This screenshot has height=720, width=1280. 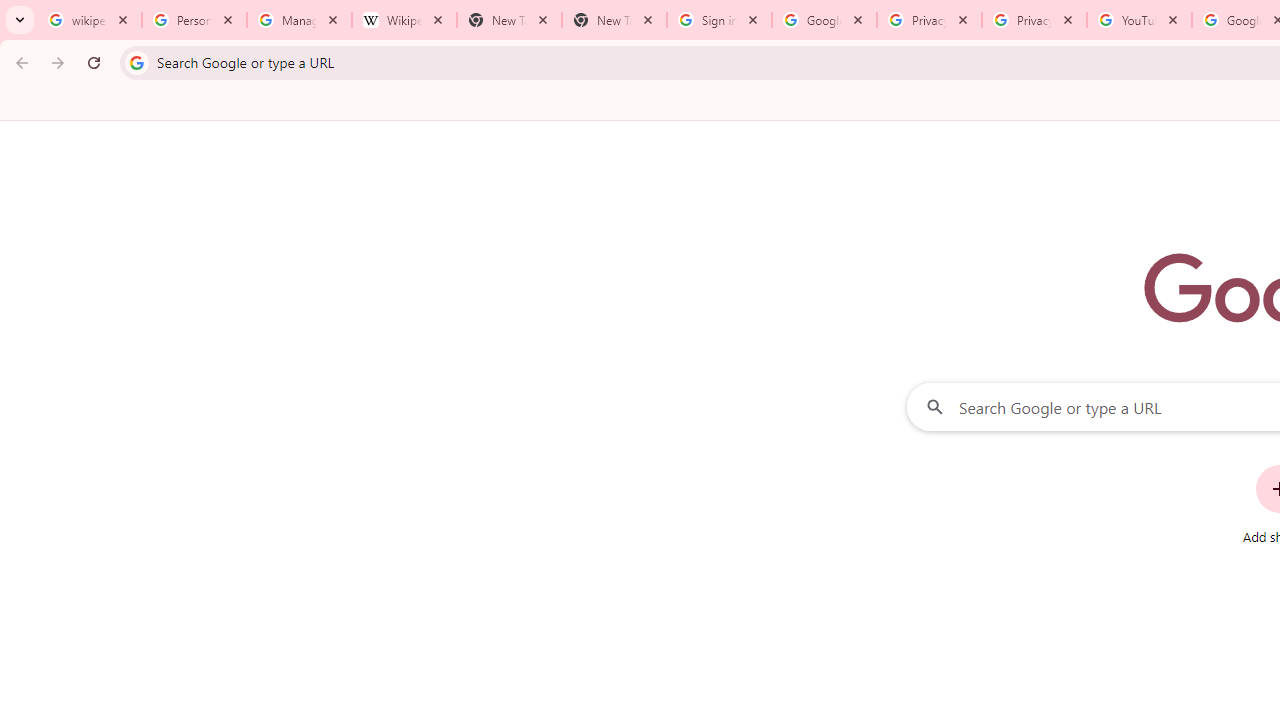 I want to click on 'Forward', so click(x=58, y=61).